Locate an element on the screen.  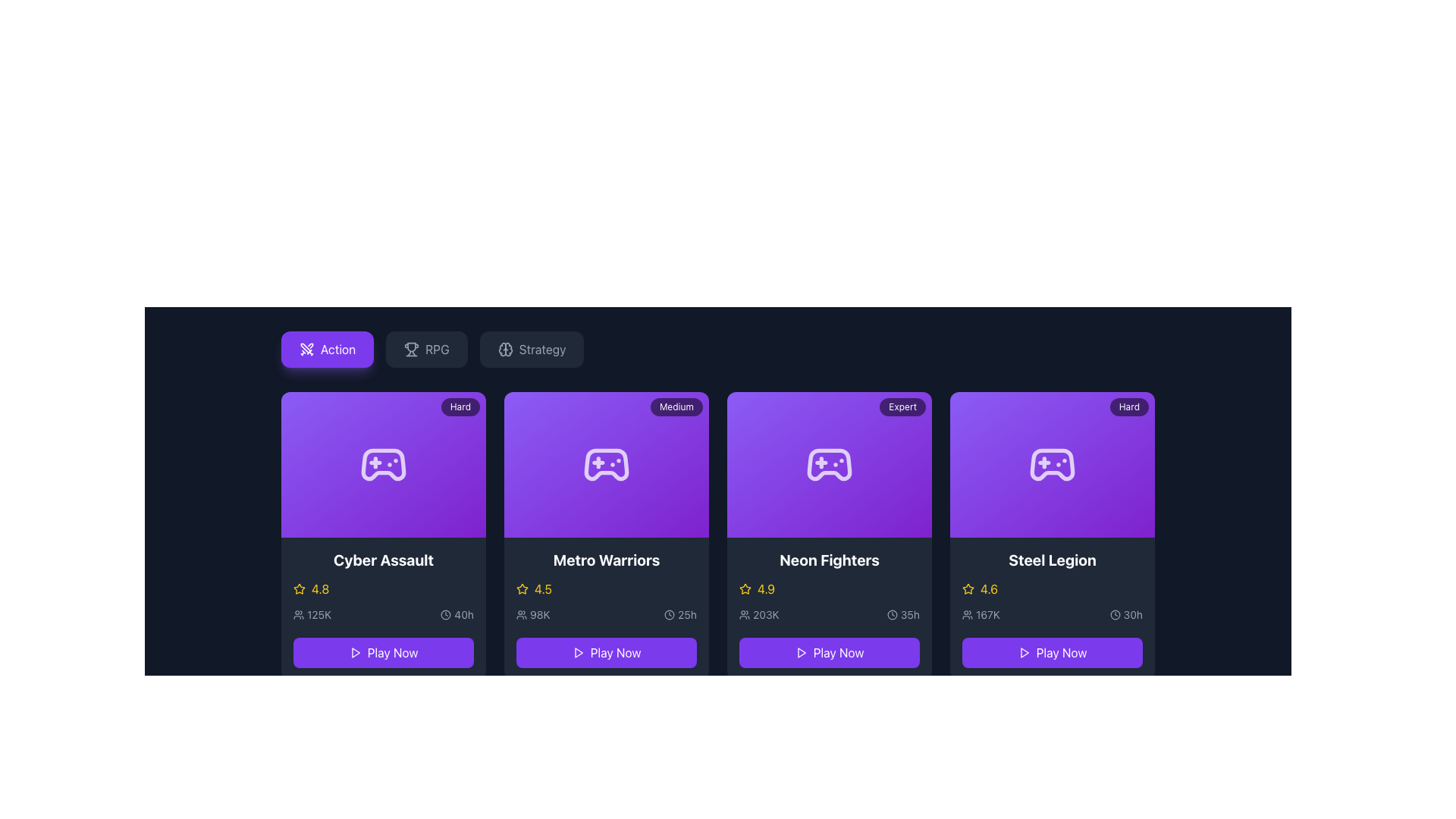
the text indicating the duration of gameplay, which shows '25 hours' and is located in the lower section of the 'Metro Warriors' card, next to the '98K' element is located at coordinates (679, 614).